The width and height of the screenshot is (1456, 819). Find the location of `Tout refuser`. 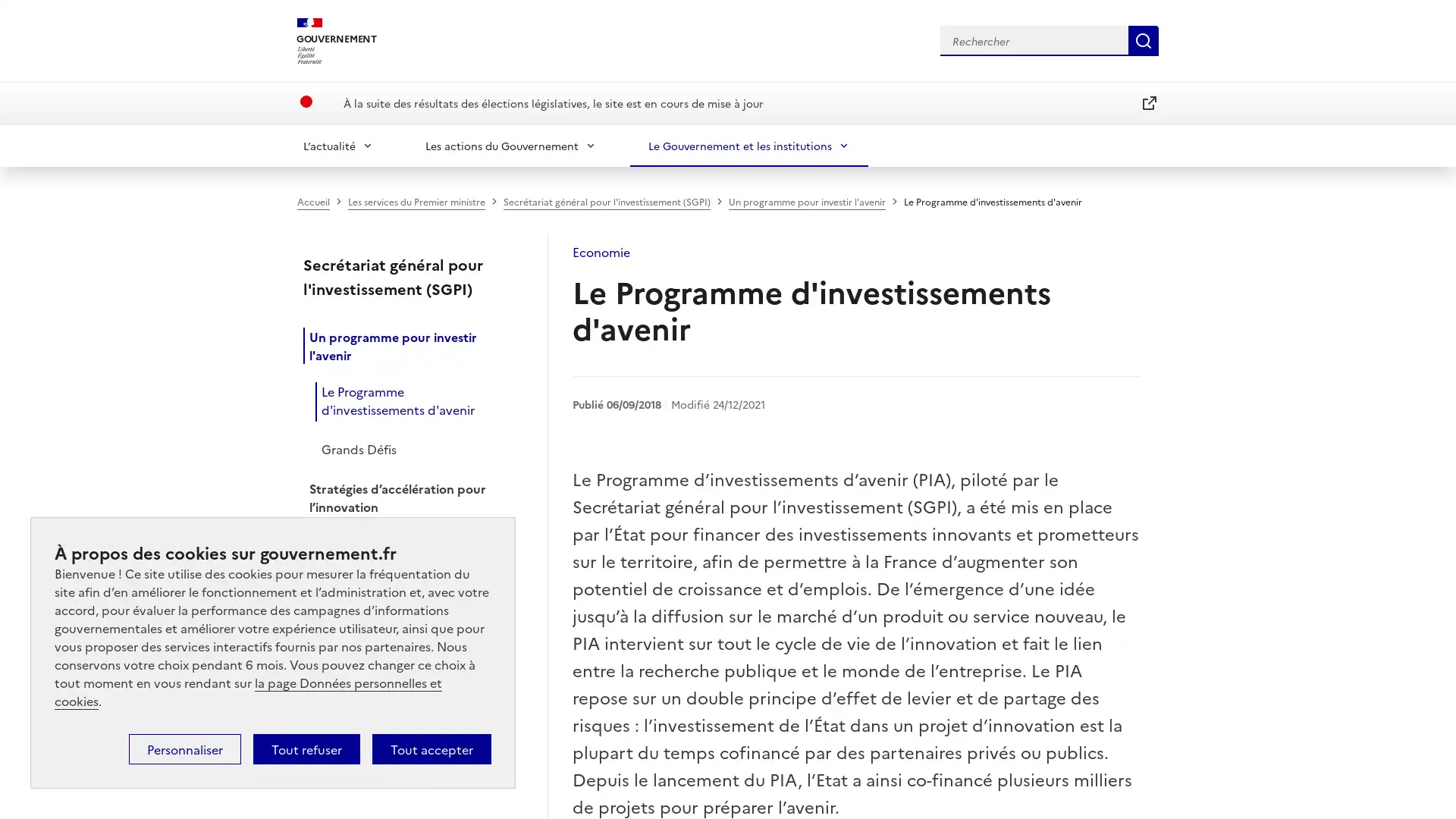

Tout refuser is located at coordinates (306, 748).